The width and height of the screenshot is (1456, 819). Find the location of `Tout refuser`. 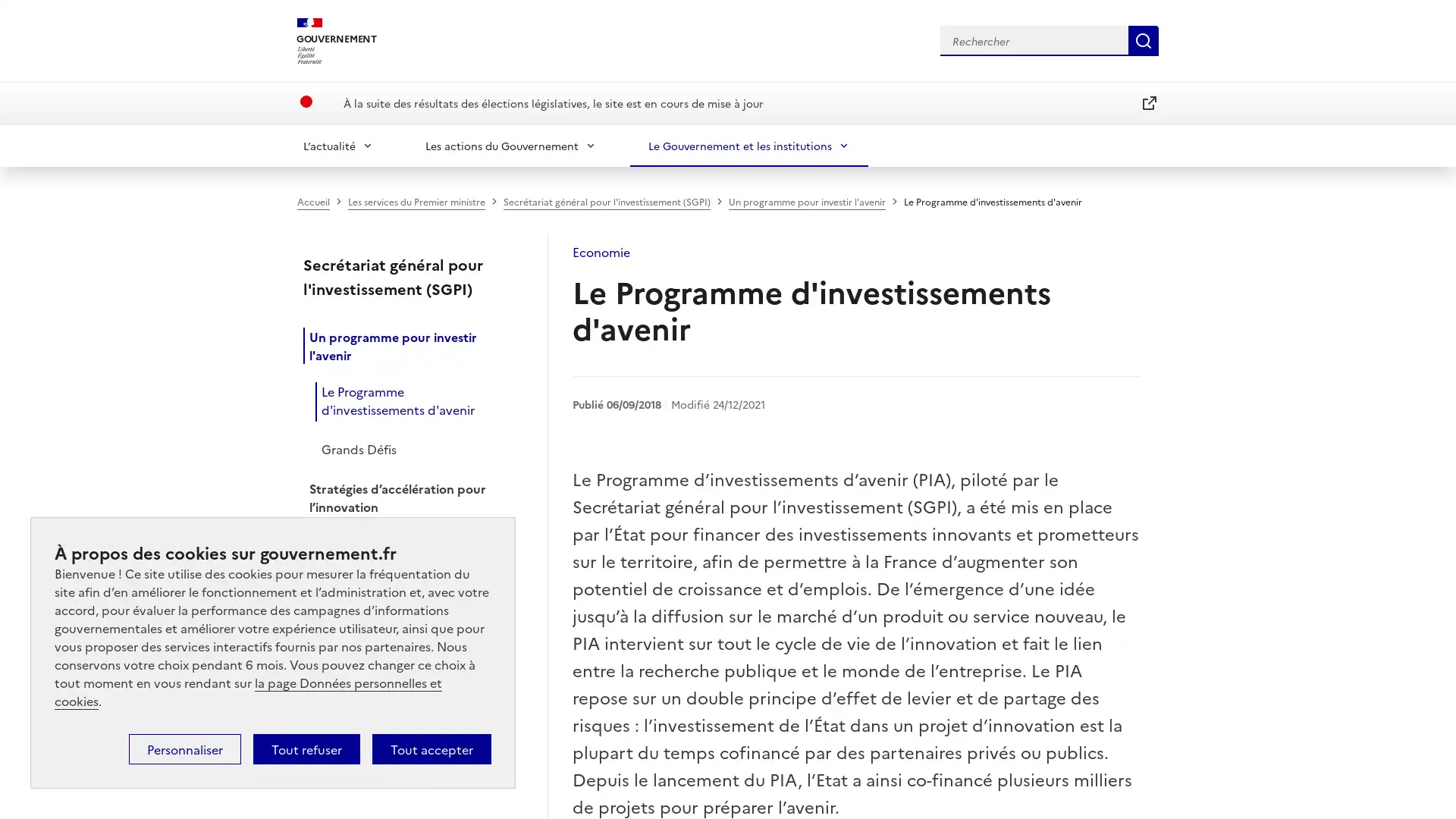

Tout refuser is located at coordinates (306, 748).